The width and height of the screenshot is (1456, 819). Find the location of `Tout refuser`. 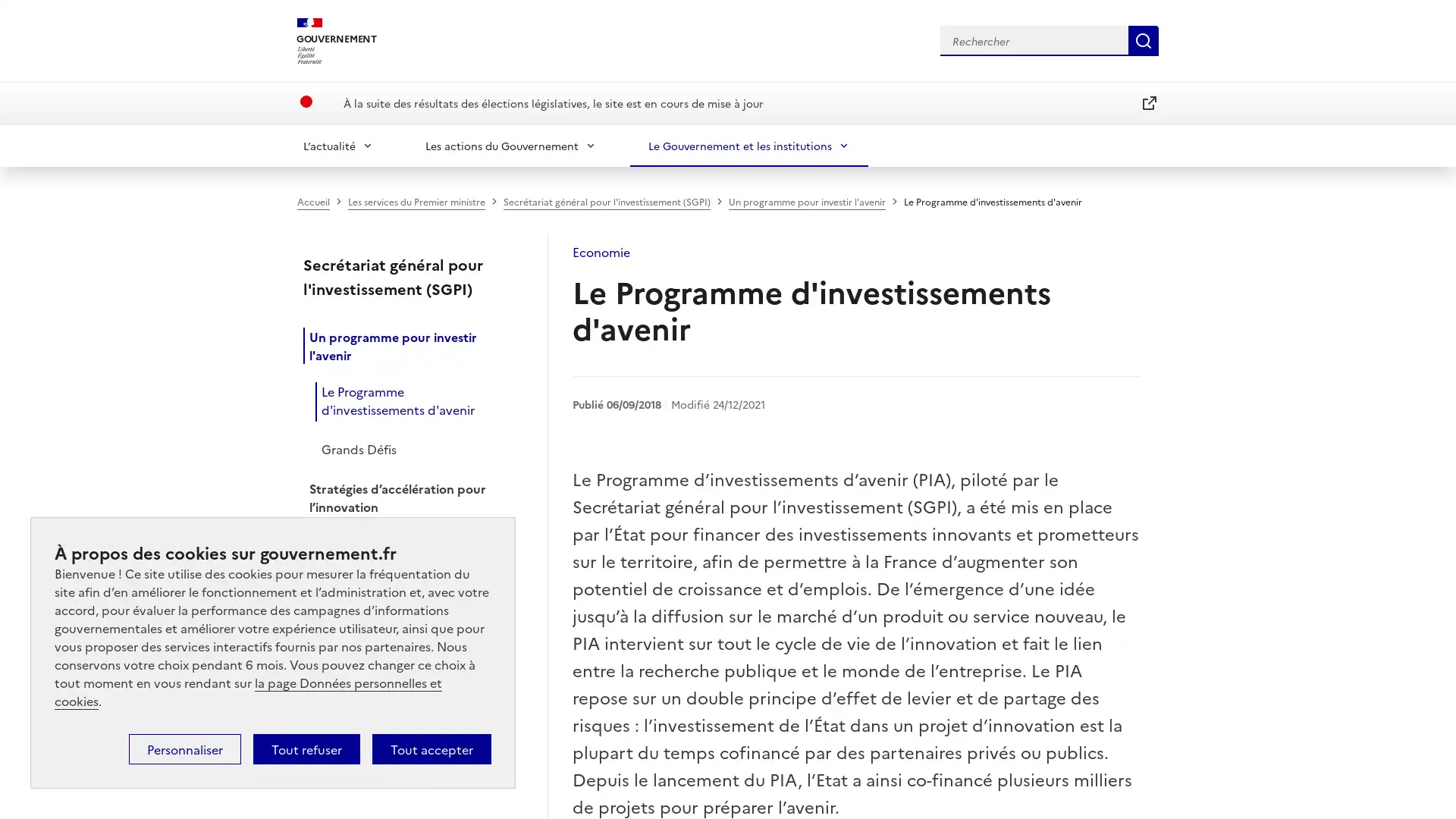

Tout refuser is located at coordinates (306, 748).